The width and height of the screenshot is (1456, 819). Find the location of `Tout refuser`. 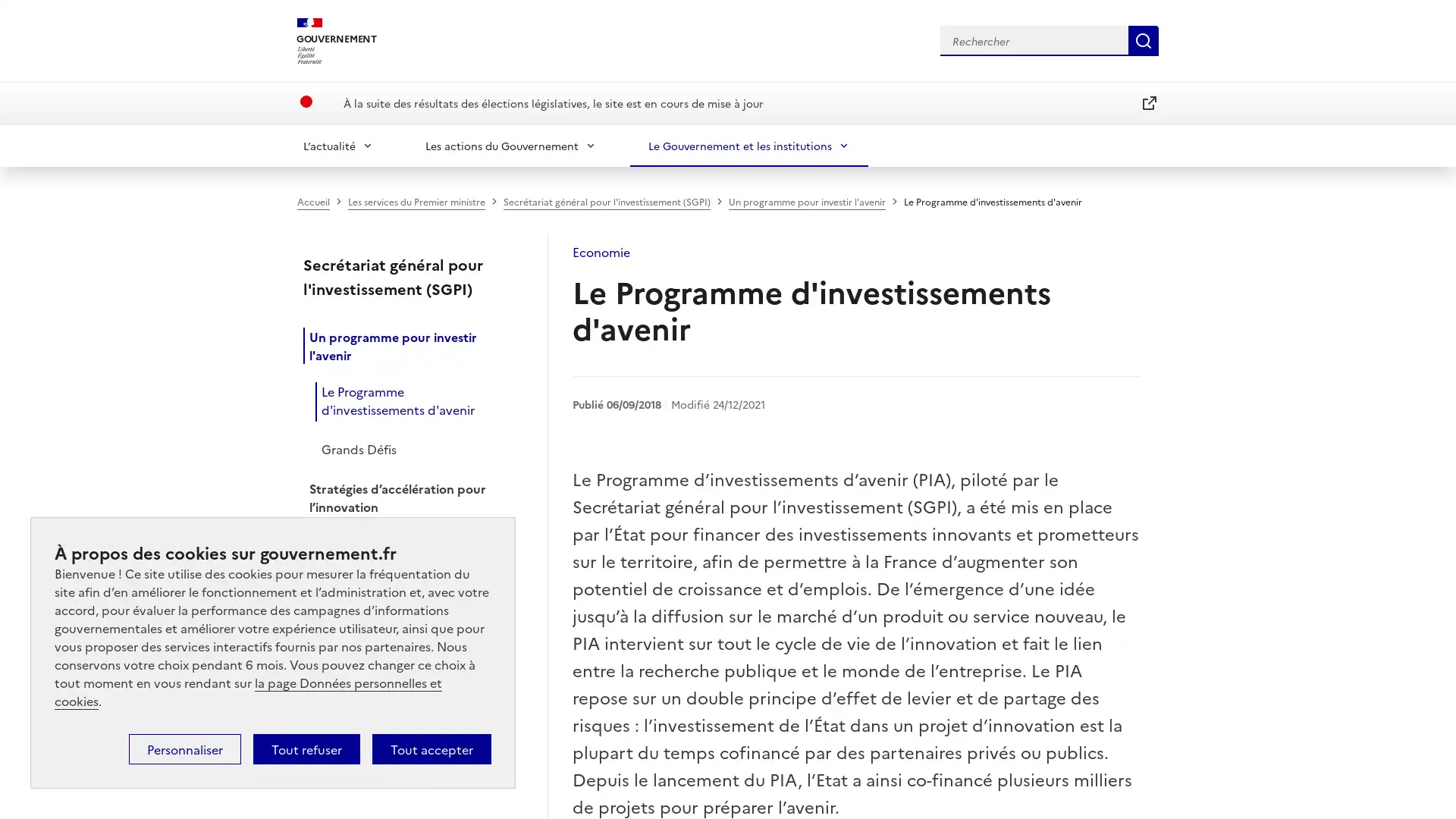

Tout refuser is located at coordinates (306, 748).